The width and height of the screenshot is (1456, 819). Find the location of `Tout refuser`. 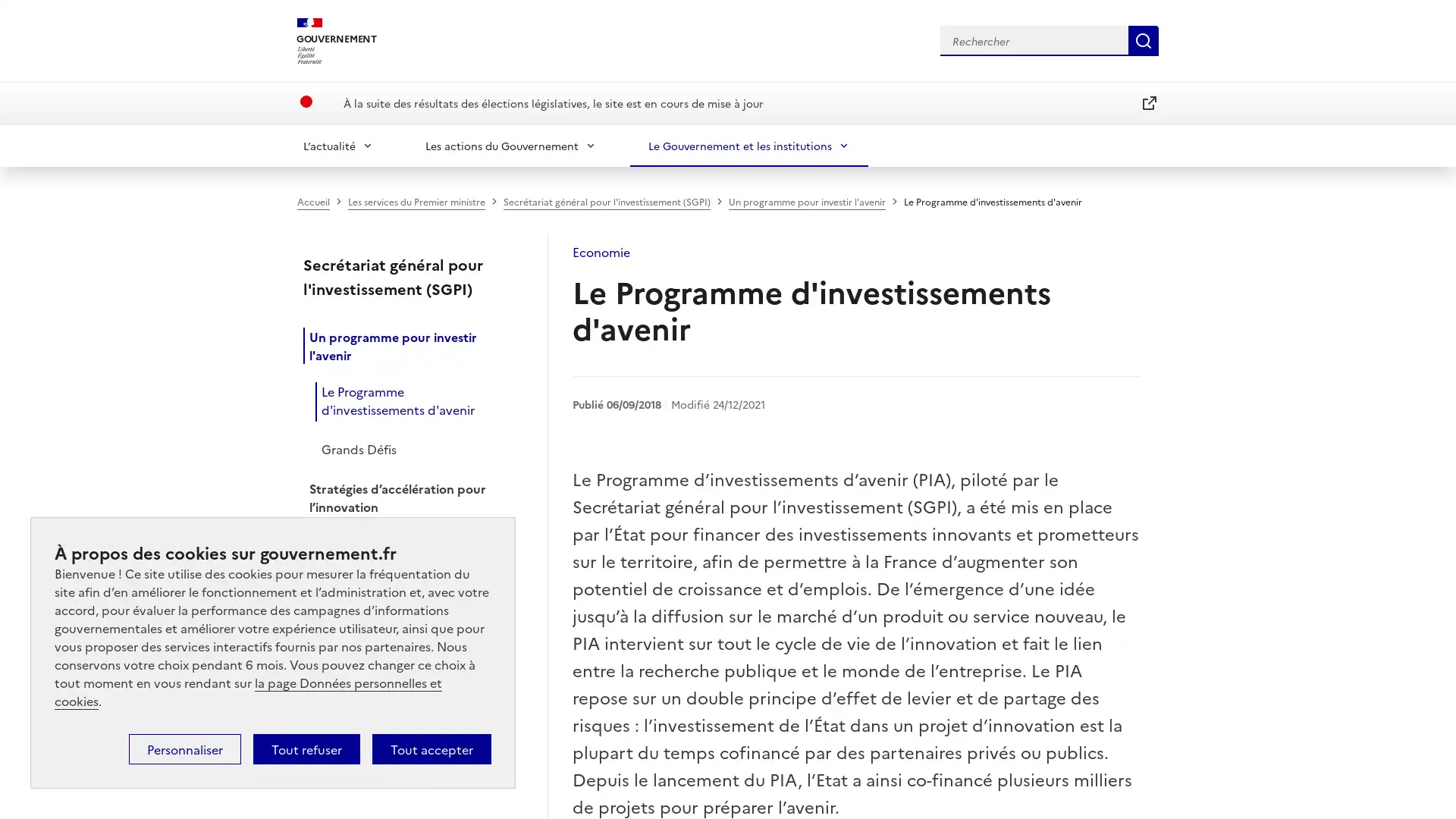

Tout refuser is located at coordinates (306, 748).